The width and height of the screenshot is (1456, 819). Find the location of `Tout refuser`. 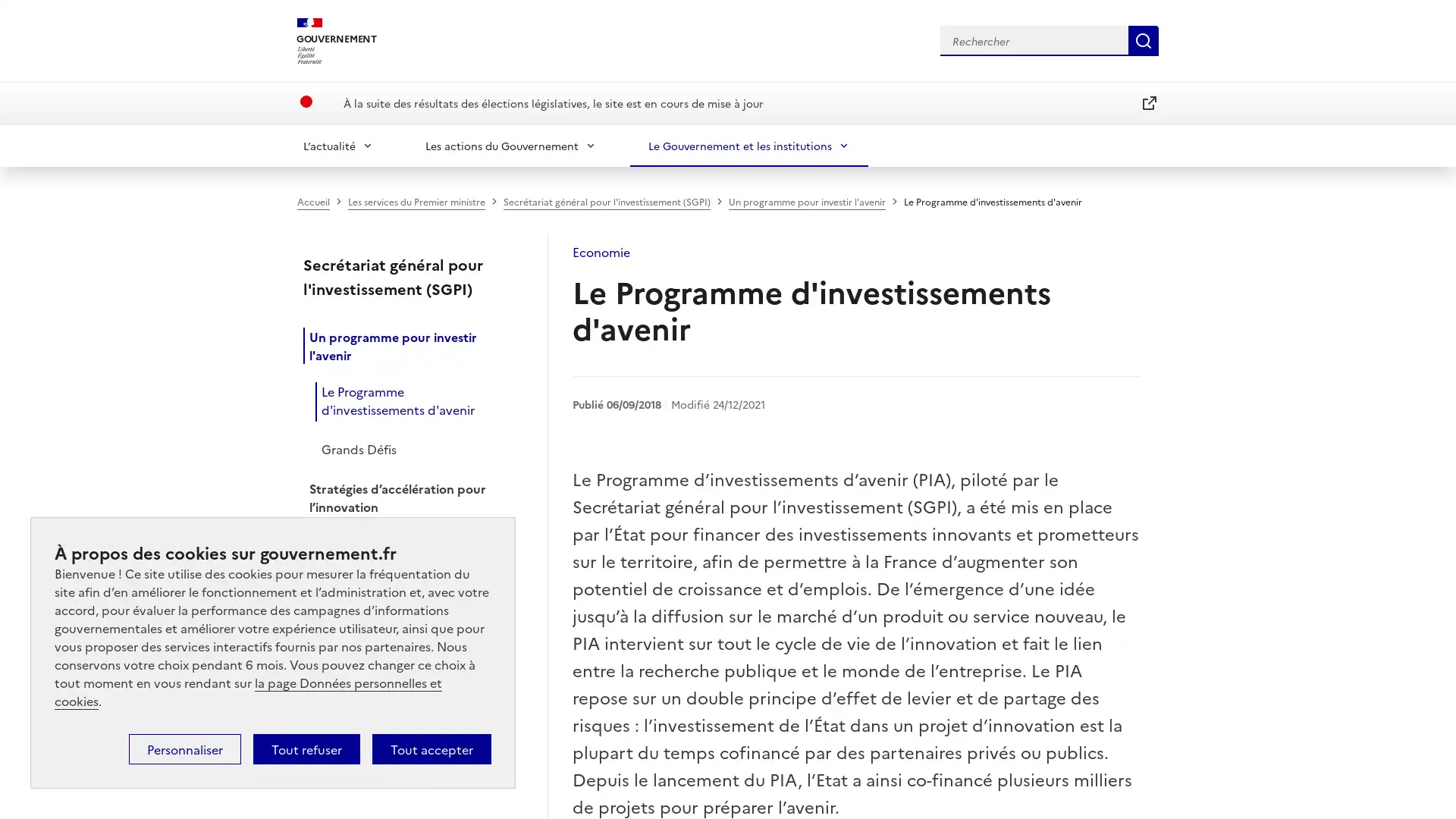

Tout refuser is located at coordinates (306, 748).